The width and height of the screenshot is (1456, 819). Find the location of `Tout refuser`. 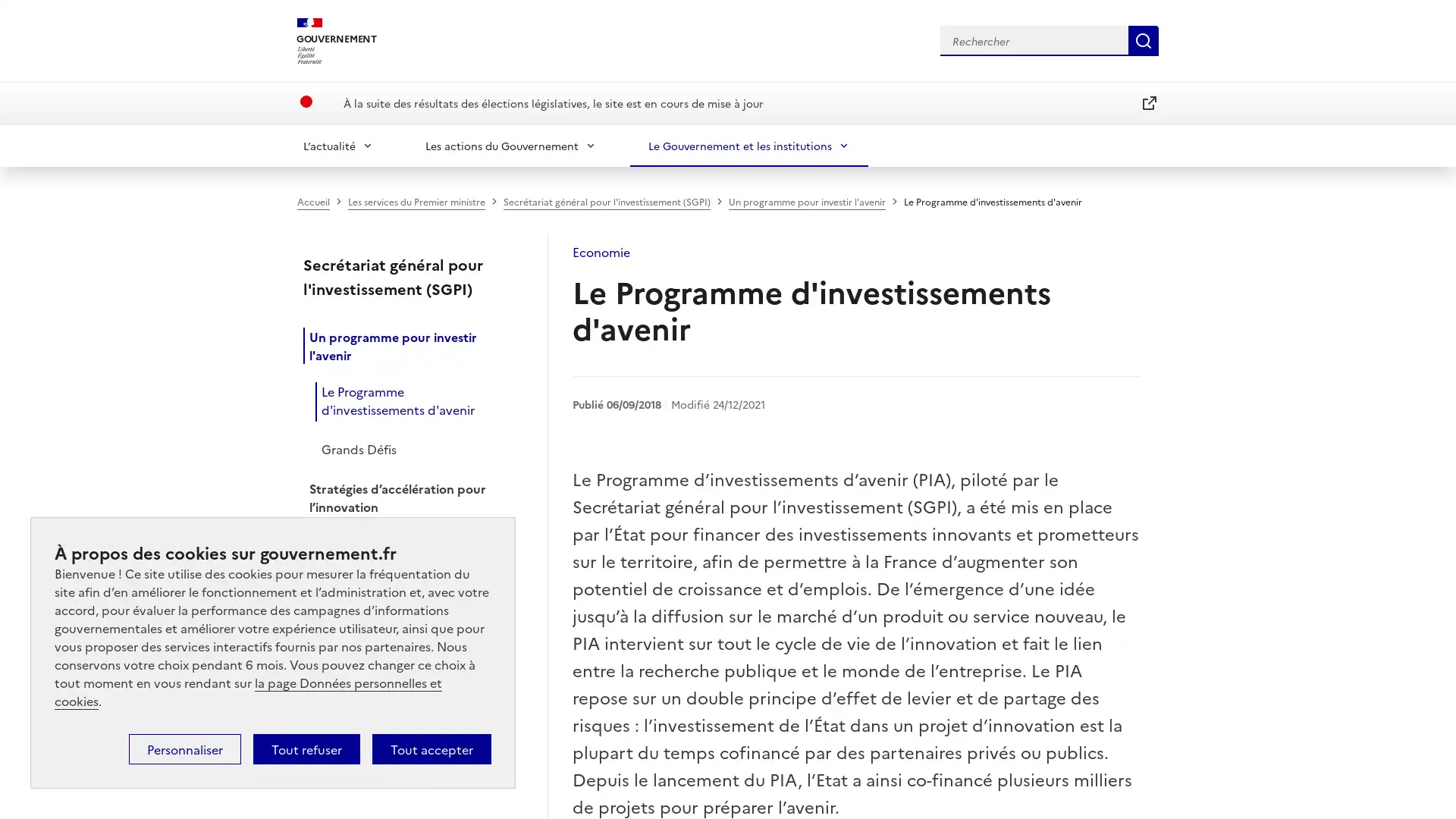

Tout refuser is located at coordinates (306, 748).